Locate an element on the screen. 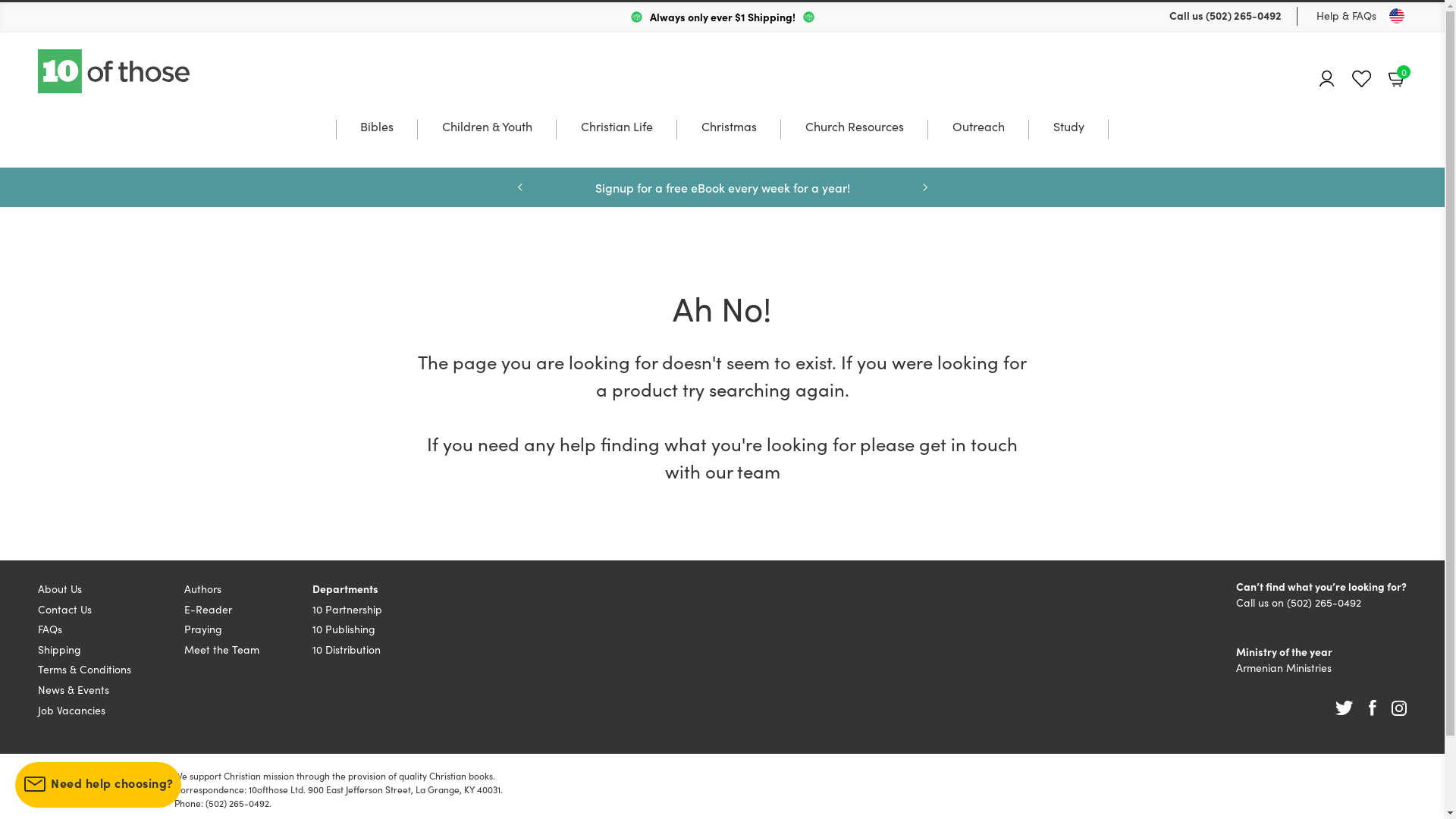 Image resolution: width=1456 pixels, height=819 pixels. 'Favourites' is located at coordinates (1361, 79).